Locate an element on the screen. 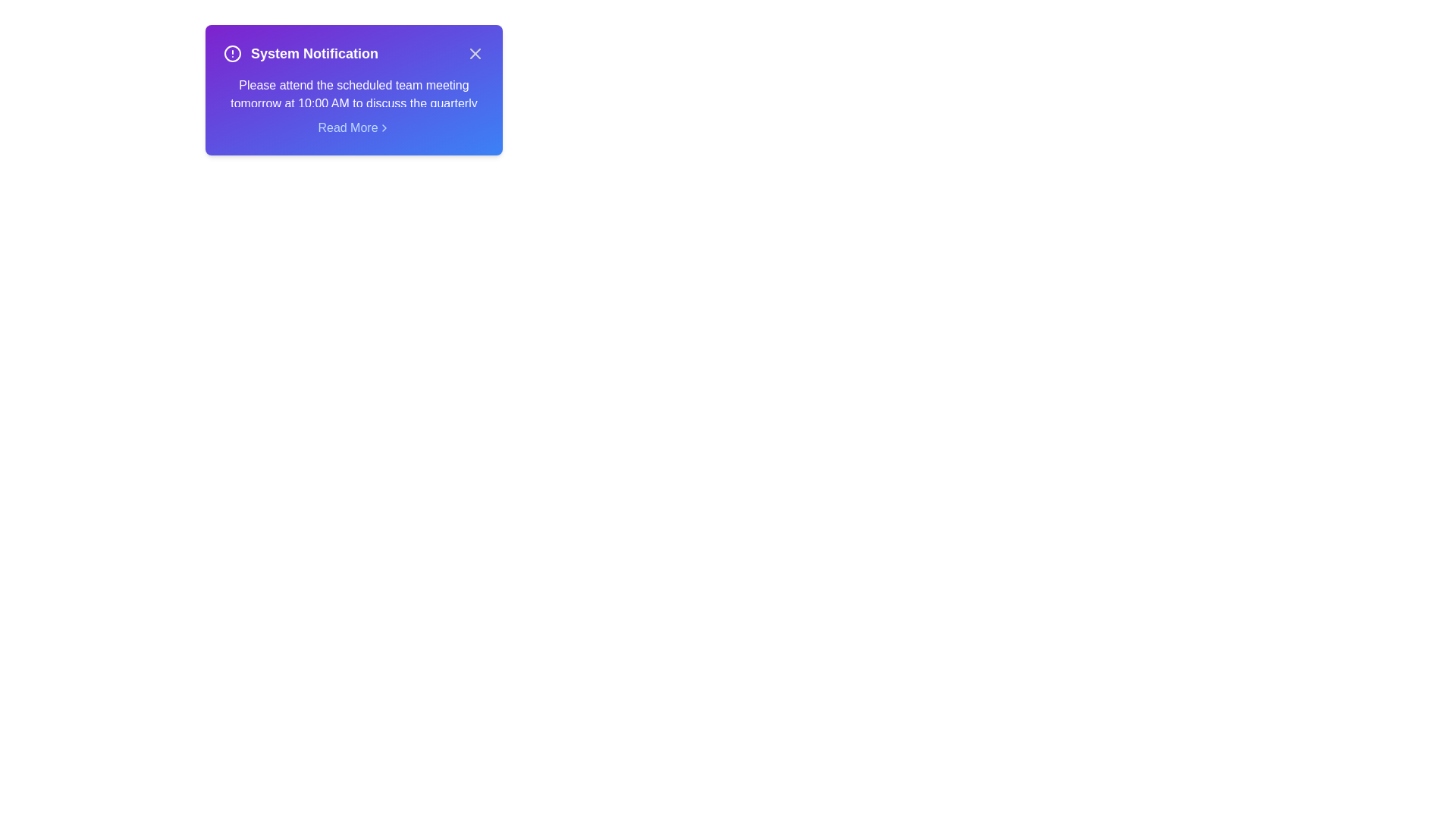 This screenshot has height=819, width=1456. close button to dismiss the alert is located at coordinates (475, 52).